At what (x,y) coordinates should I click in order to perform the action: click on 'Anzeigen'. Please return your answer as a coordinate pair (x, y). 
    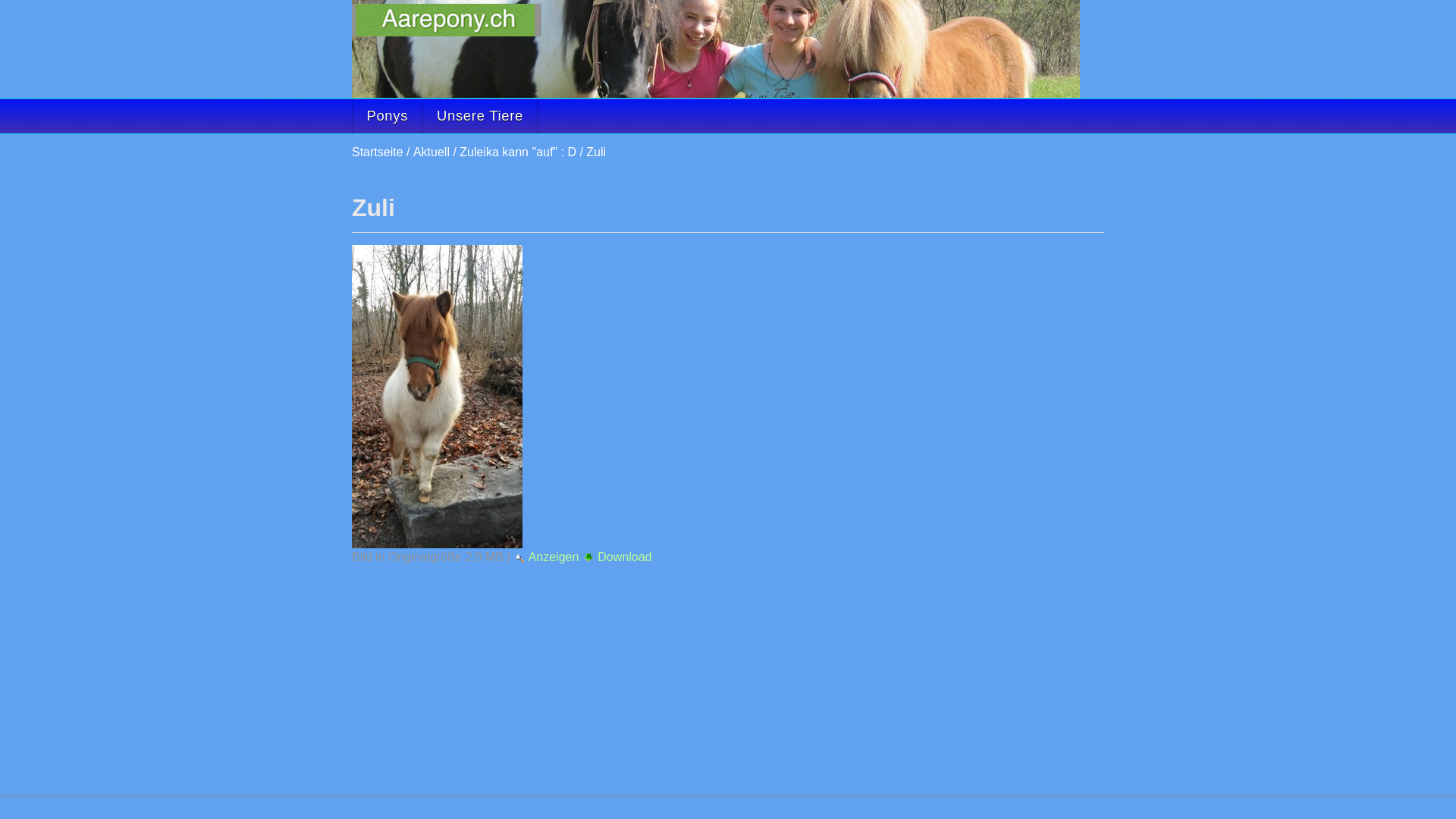
    Looking at the image, I should click on (547, 557).